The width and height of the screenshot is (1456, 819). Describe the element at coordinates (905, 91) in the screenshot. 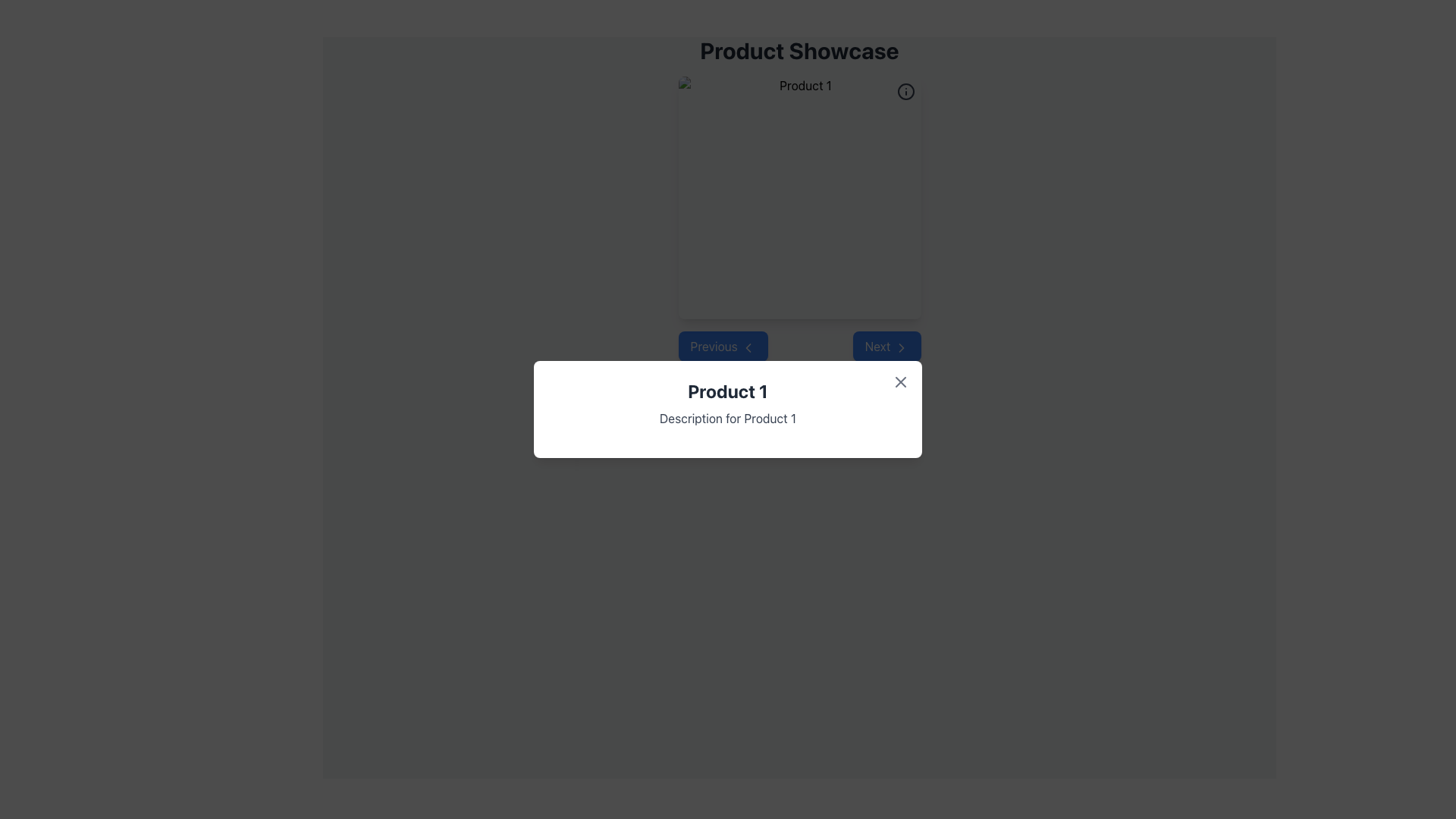

I see `the SVG circle shape located in the upper-right corner of the Product Showcase box, which visually resembles an icon's background or outline` at that location.